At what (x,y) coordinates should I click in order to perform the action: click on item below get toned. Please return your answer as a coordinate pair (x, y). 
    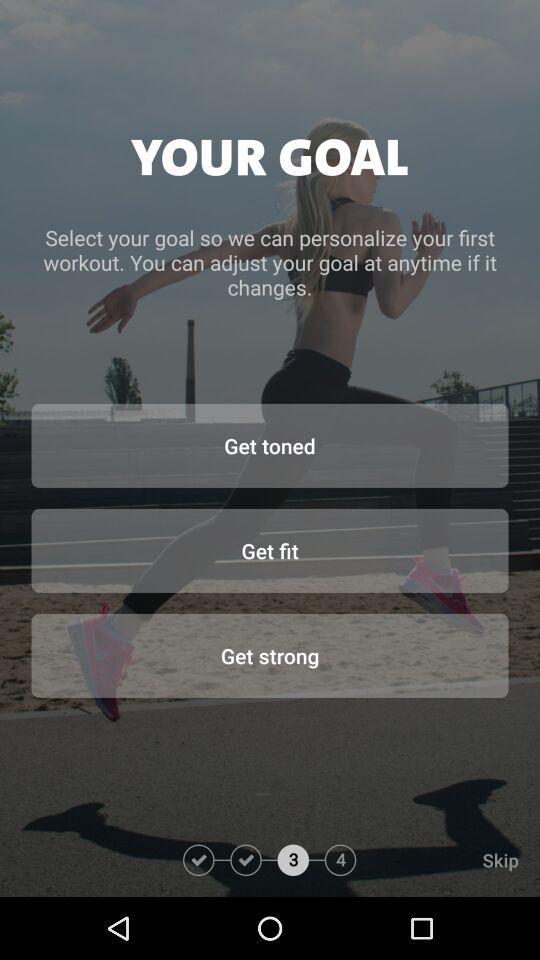
    Looking at the image, I should click on (270, 550).